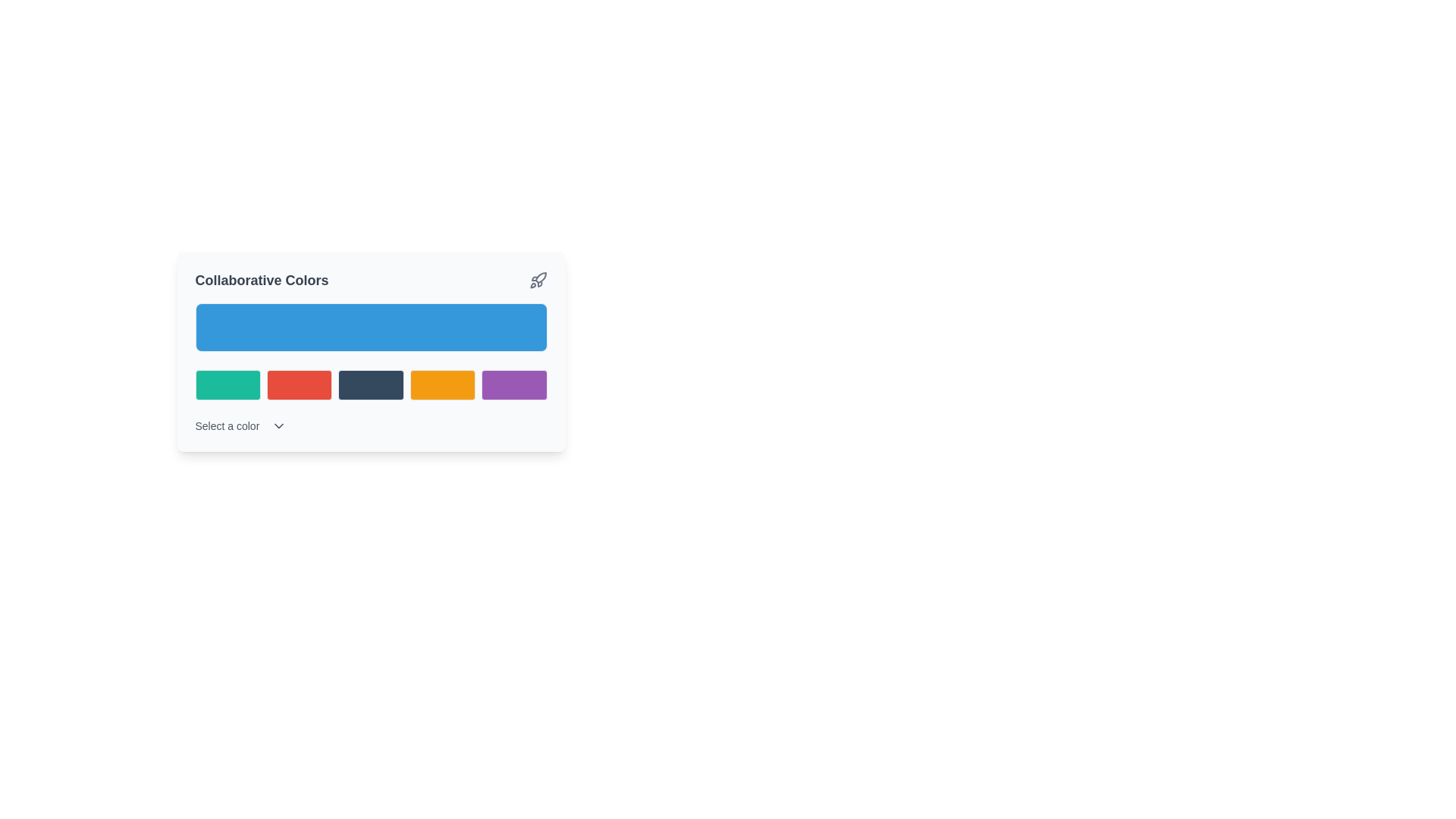 The width and height of the screenshot is (1456, 819). Describe the element at coordinates (441, 384) in the screenshot. I see `the fourth button in a horizontal set of five buttons, located between a dark blue button and a purple button` at that location.